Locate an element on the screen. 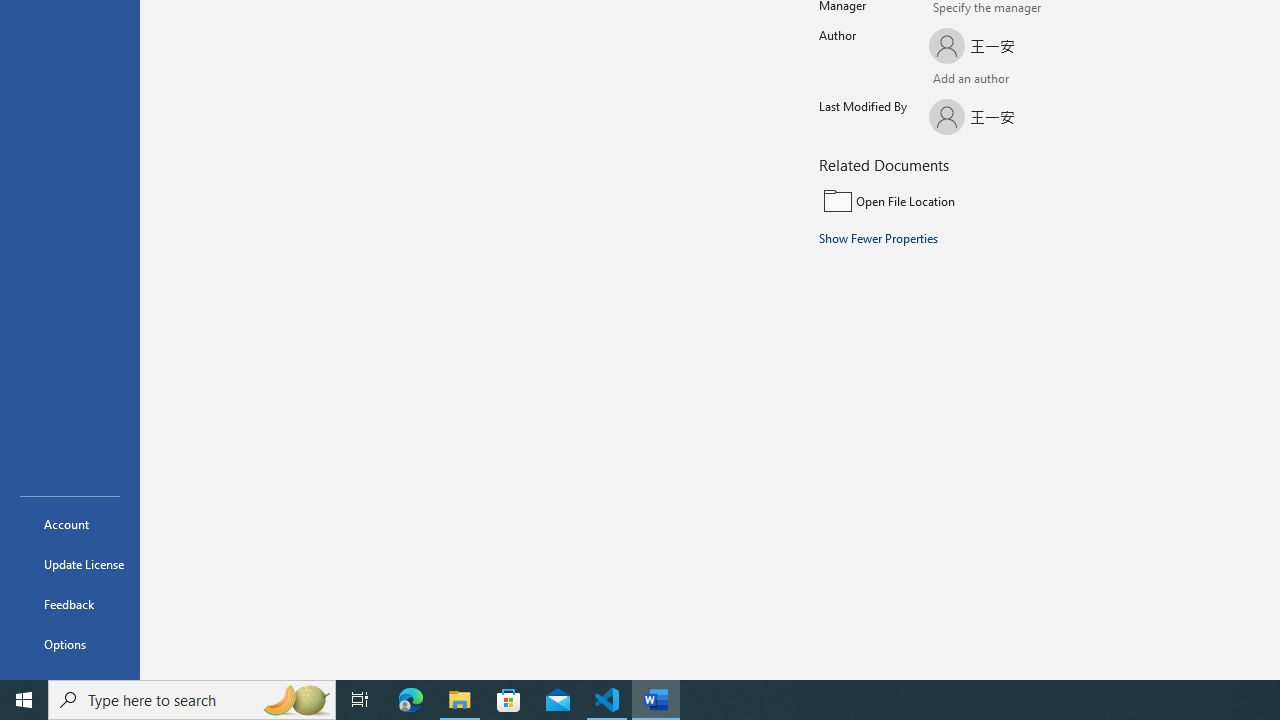  'Show Fewer Properties' is located at coordinates (879, 236).